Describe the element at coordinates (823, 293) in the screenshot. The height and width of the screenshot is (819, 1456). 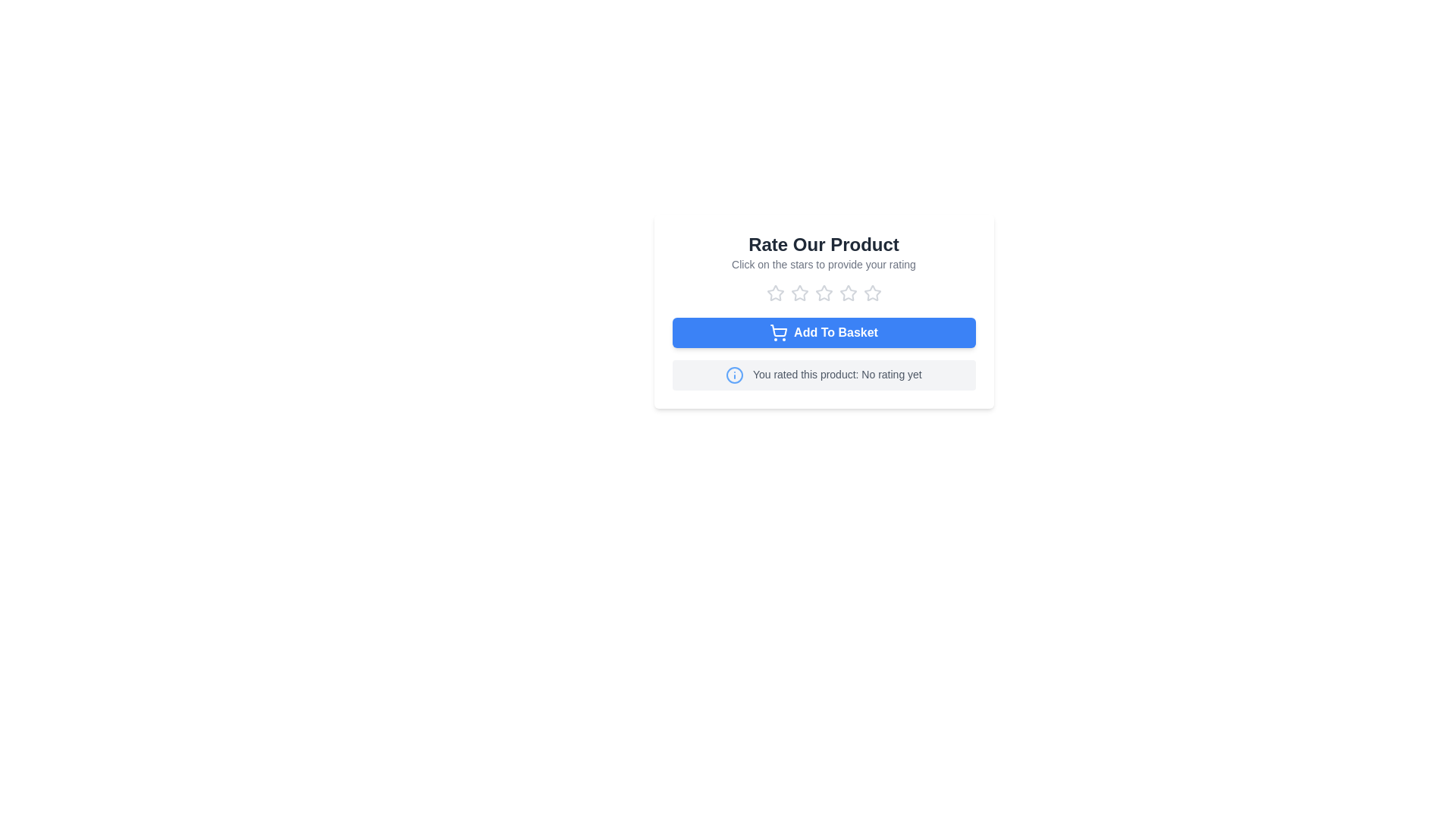
I see `the second star icon in the horizontal rating feature` at that location.